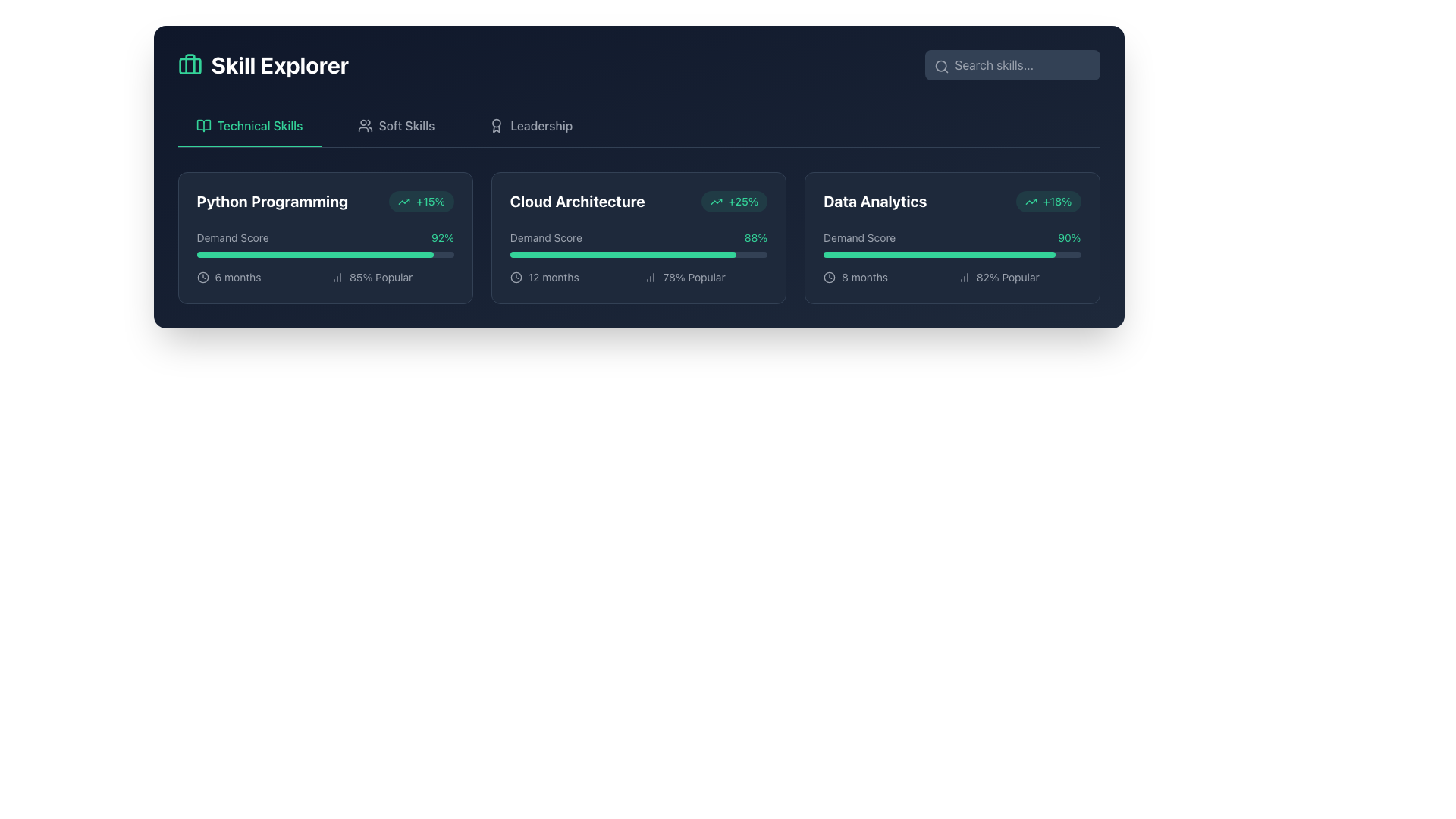 This screenshot has height=819, width=1456. Describe the element at coordinates (693, 278) in the screenshot. I see `the static informational text reading '78% Popular', which is located at the bottom right of the 'Cloud Architecture' card, next to the popularity analysis icon` at that location.